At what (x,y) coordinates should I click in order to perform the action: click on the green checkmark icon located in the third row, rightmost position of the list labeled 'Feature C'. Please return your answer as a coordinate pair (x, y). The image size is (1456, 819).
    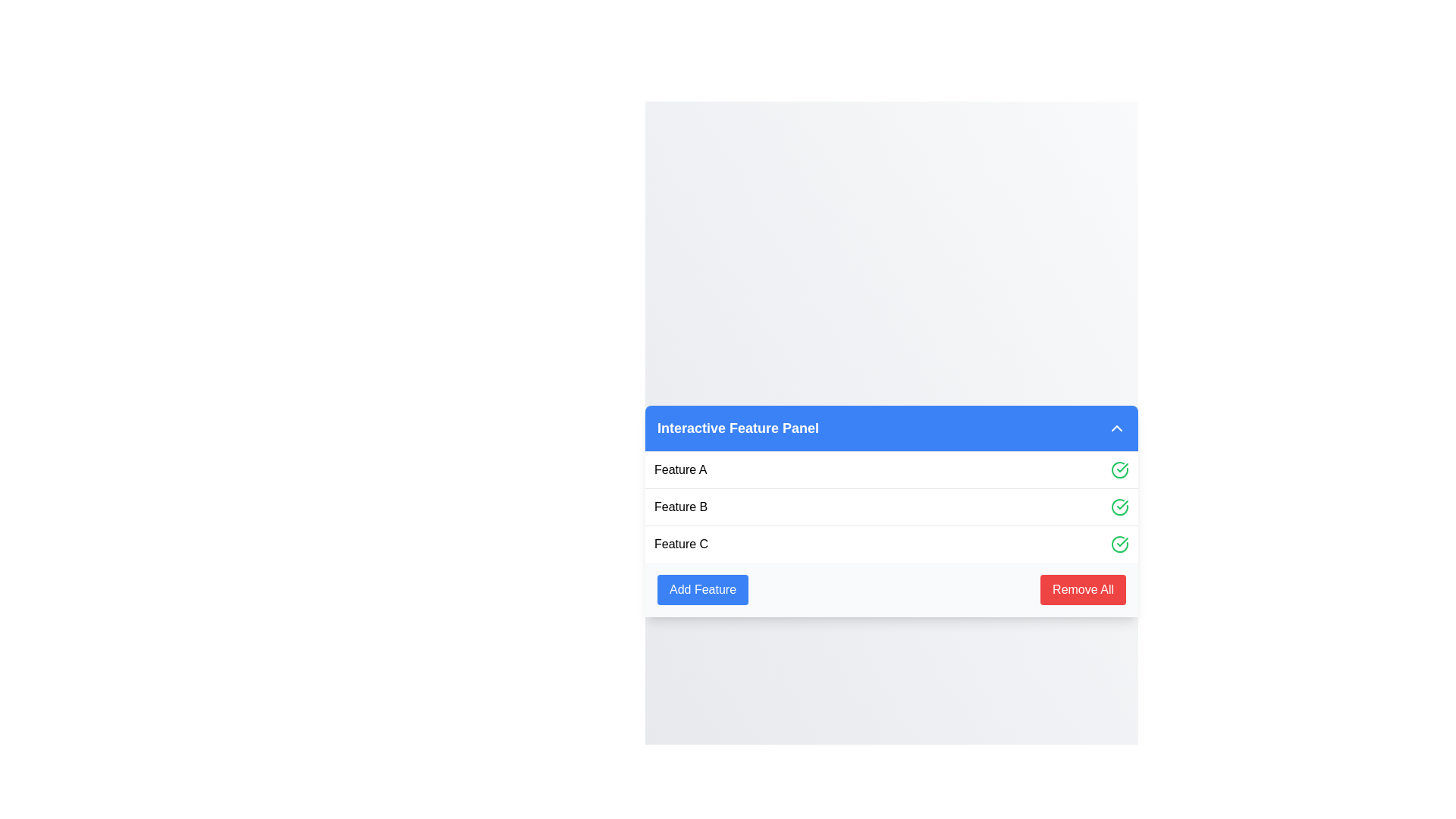
    Looking at the image, I should click on (1120, 543).